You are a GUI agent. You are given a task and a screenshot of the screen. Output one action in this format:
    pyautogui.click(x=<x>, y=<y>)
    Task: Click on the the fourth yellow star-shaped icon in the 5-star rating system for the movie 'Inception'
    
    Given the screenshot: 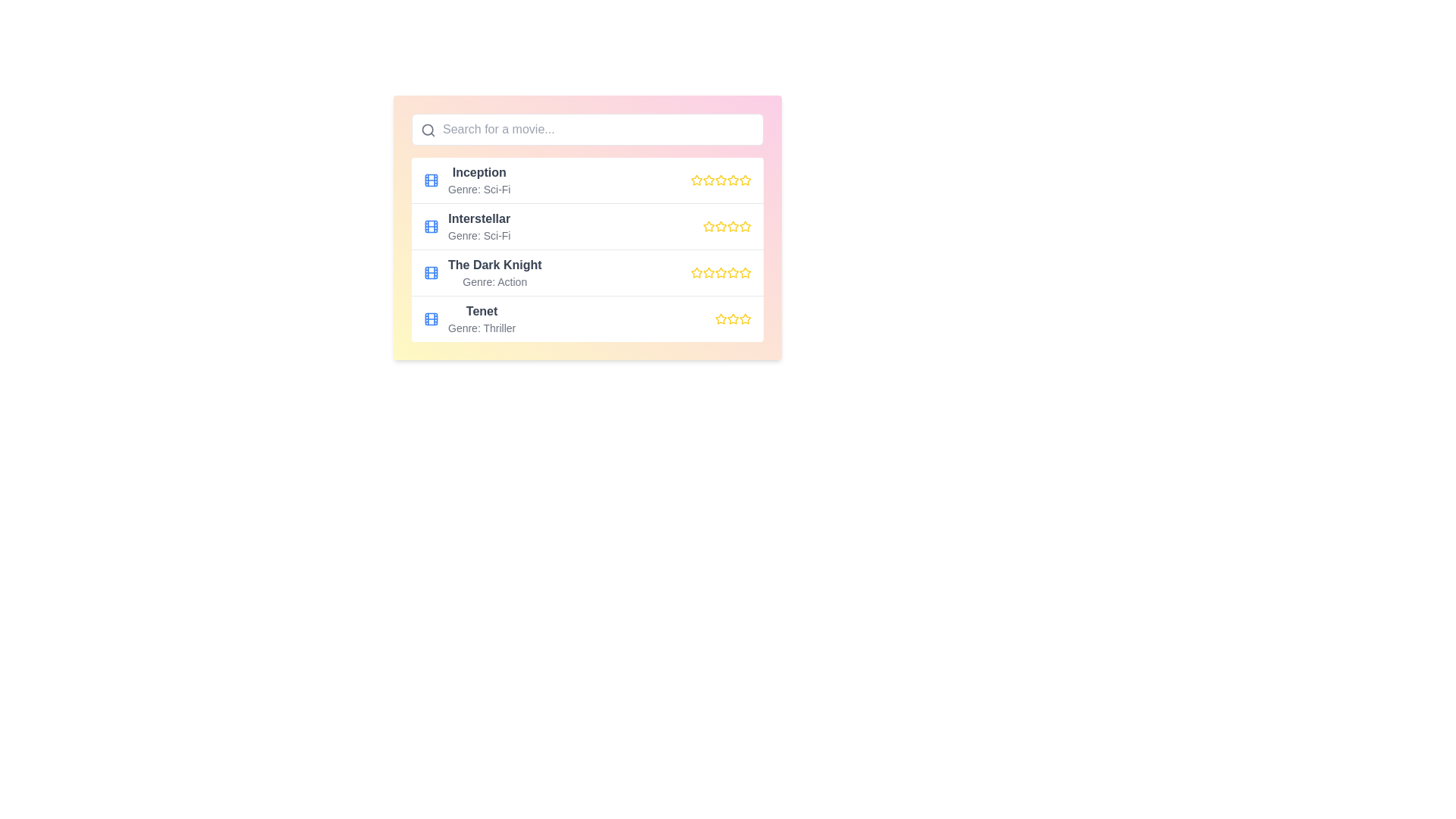 What is the action you would take?
    pyautogui.click(x=733, y=179)
    